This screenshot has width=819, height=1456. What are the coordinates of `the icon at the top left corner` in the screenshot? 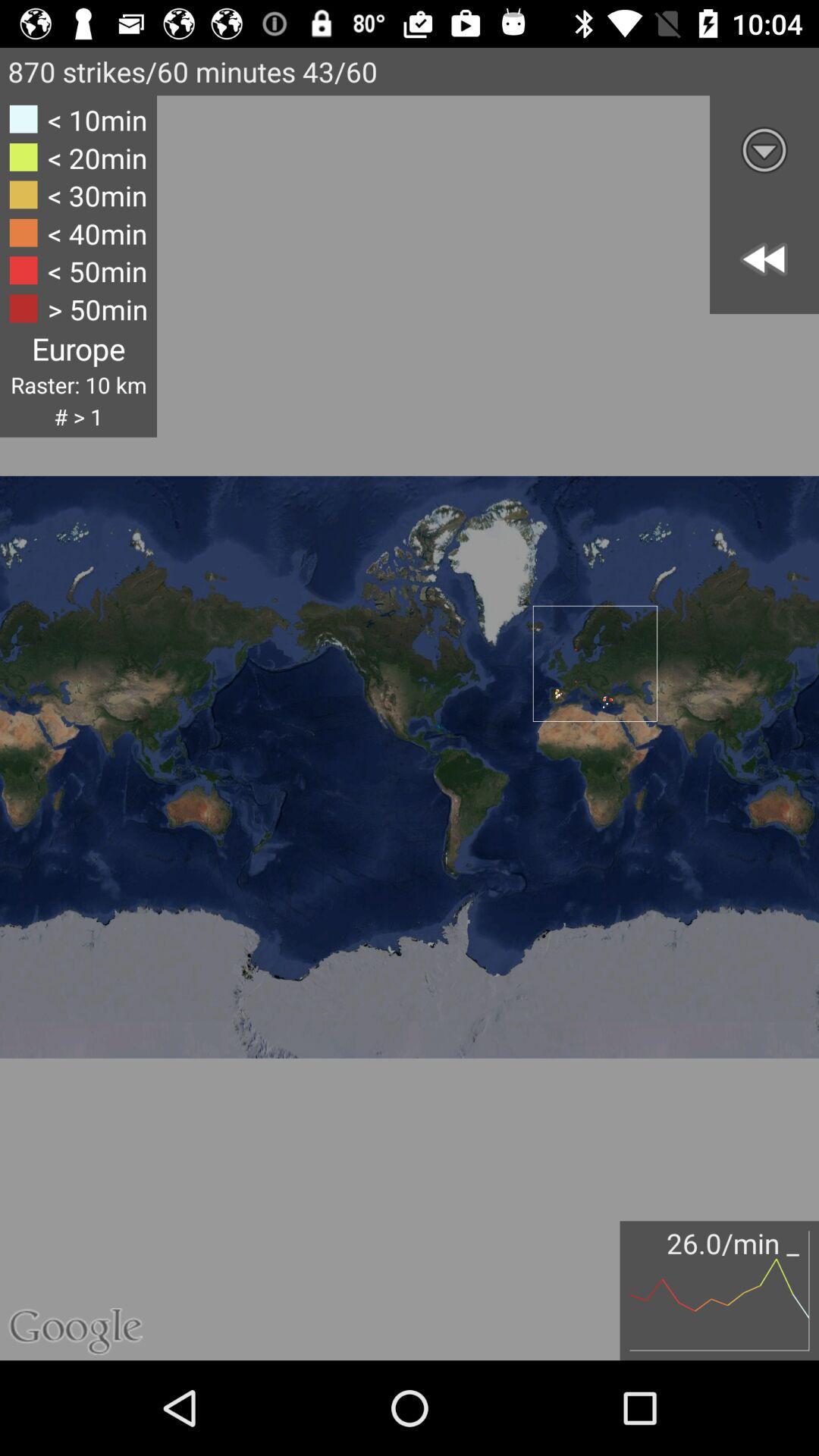 It's located at (78, 266).